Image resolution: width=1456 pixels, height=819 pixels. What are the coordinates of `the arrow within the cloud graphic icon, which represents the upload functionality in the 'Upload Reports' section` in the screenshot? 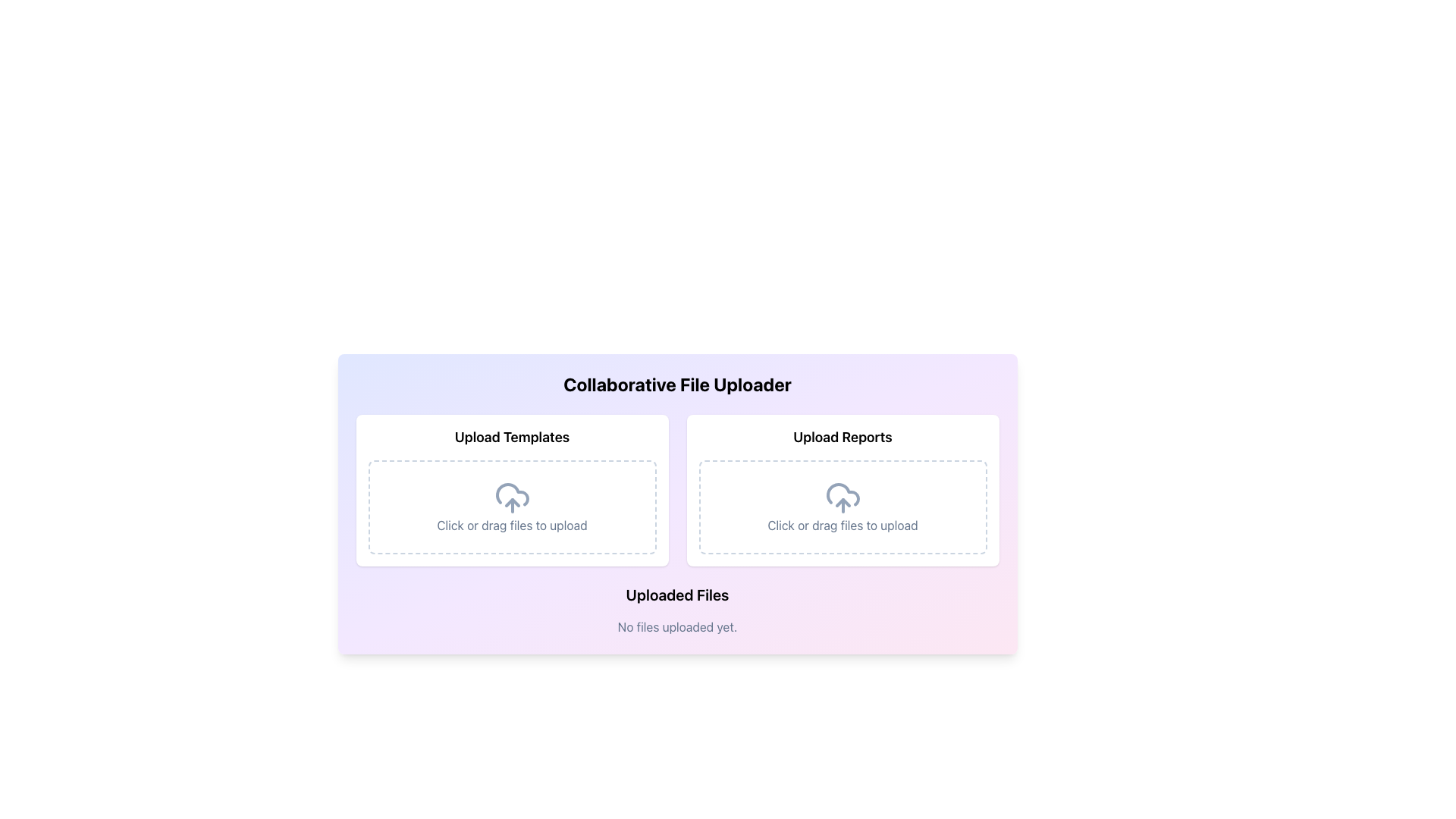 It's located at (842, 503).